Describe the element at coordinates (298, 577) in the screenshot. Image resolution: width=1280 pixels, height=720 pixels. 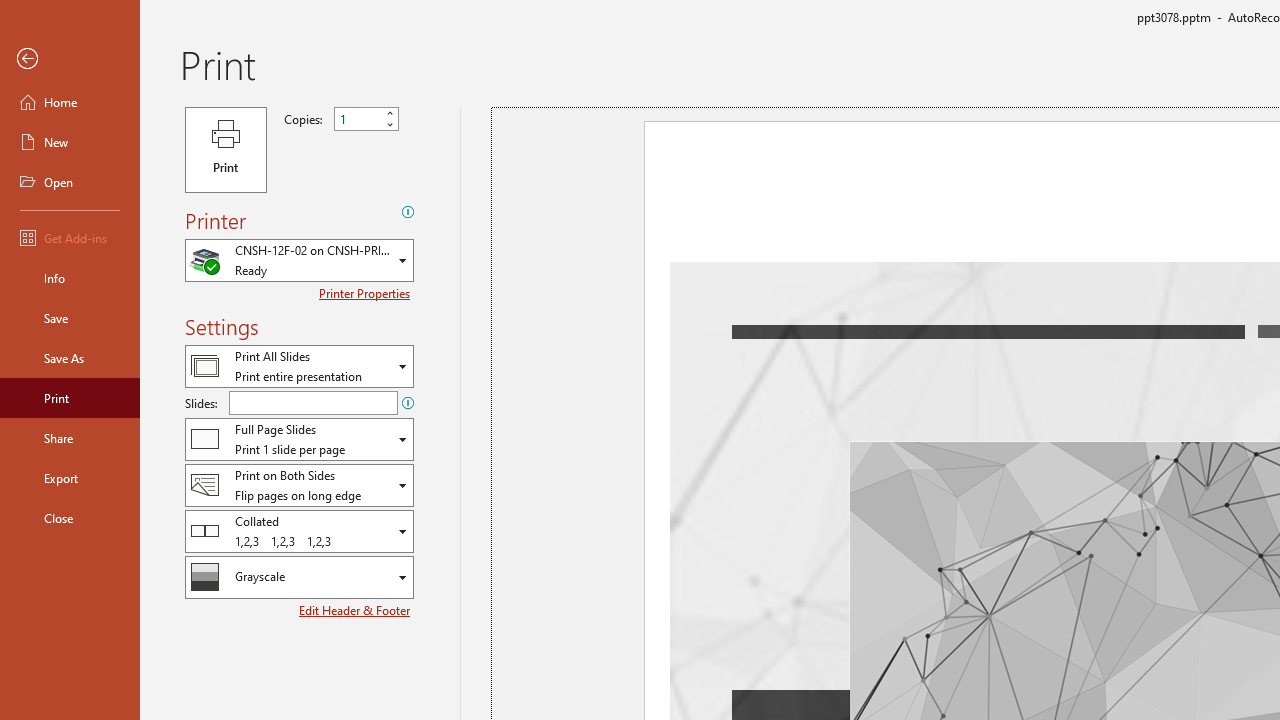
I see `'Color/Grayscale'` at that location.